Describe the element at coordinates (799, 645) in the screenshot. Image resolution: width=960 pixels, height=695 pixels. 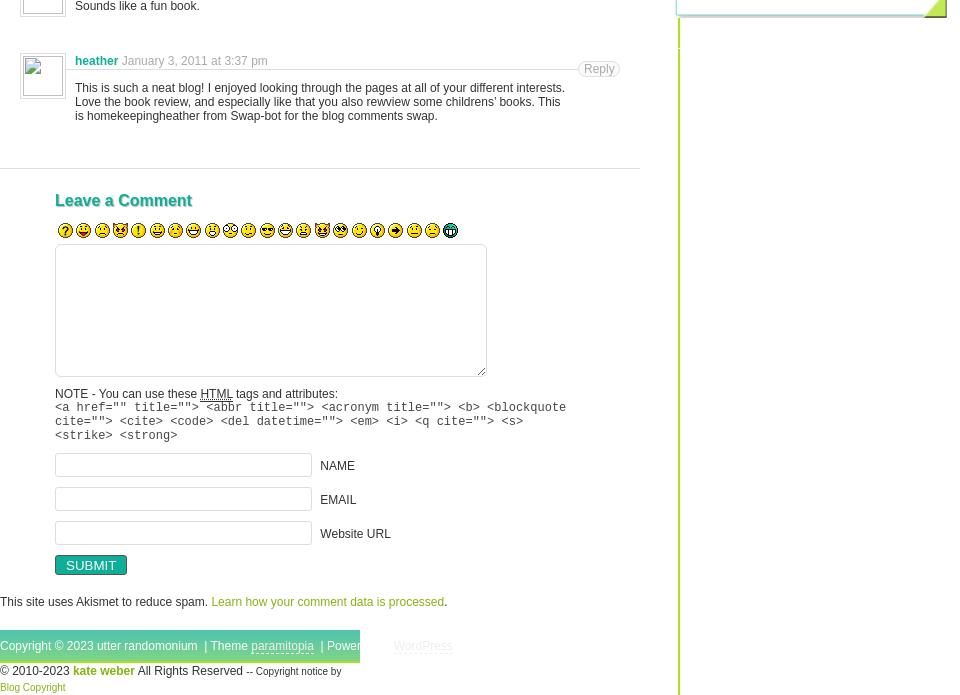
I see `'Top'` at that location.